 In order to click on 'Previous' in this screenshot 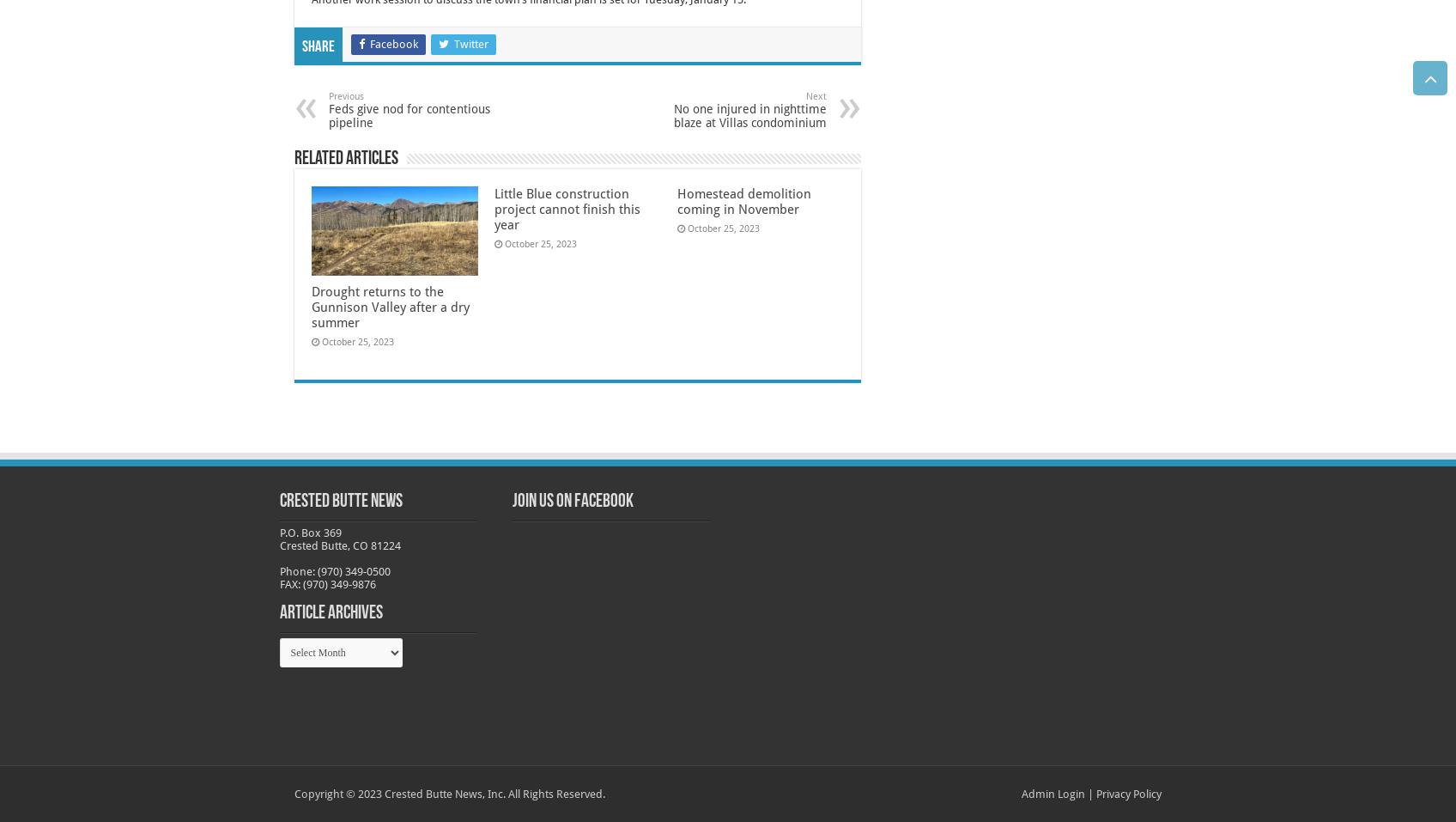, I will do `click(327, 96)`.